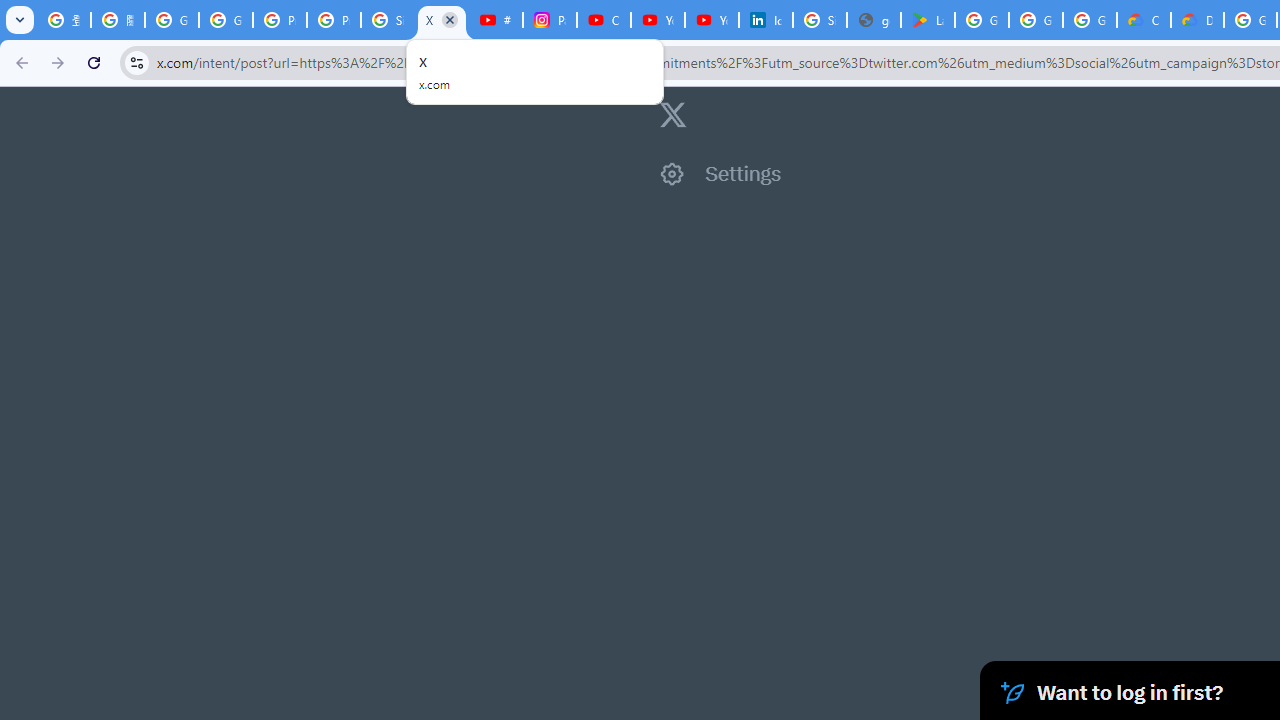 The image size is (1280, 720). I want to click on 'Customer Care | Google Cloud', so click(1144, 20).